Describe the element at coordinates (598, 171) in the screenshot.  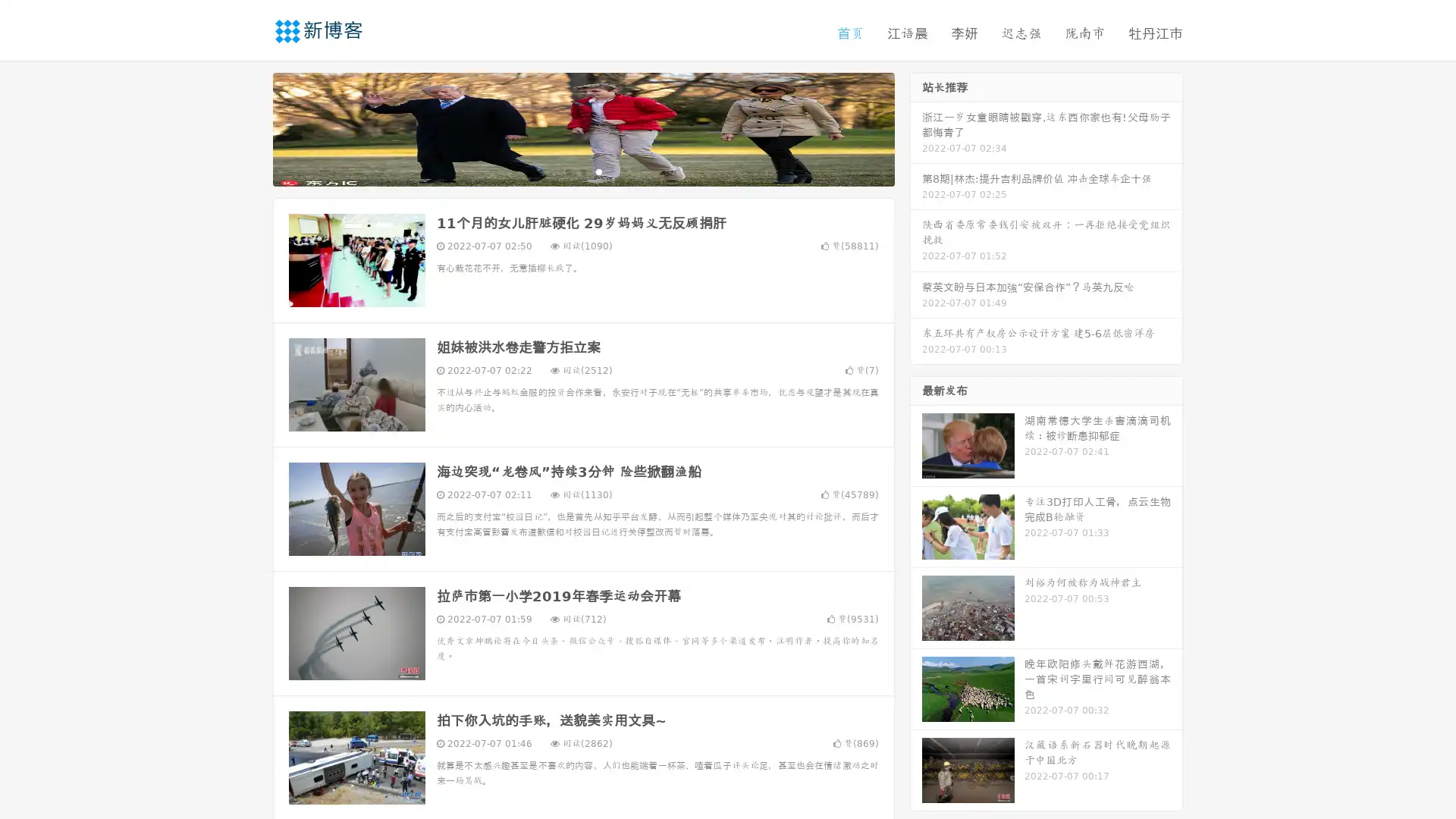
I see `Go to slide 3` at that location.